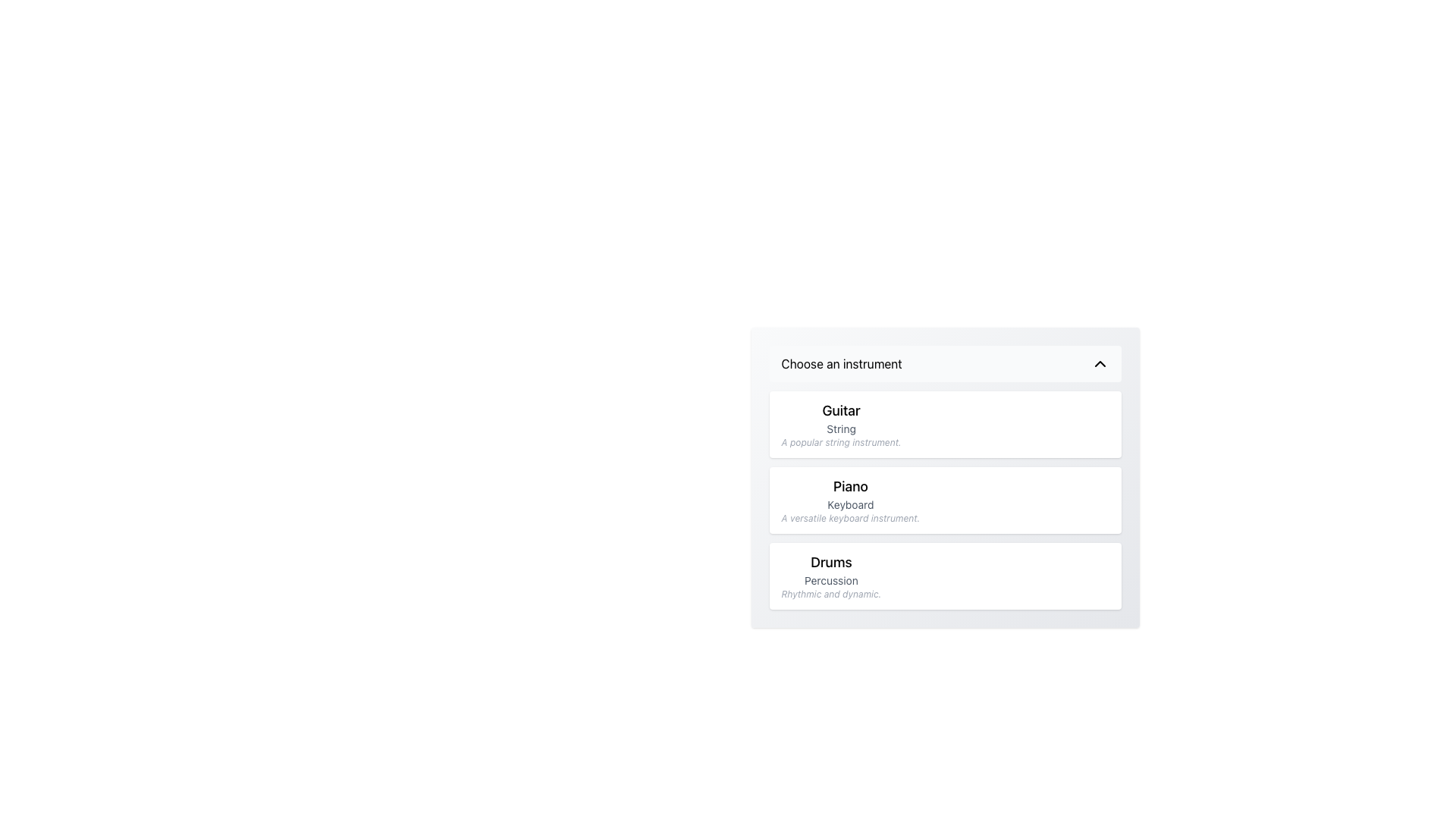  What do you see at coordinates (840, 411) in the screenshot?
I see `the title text of the guitar option in the instrument selection menu, which is positioned above the texts 'String' and 'A popular string instrument.'` at bounding box center [840, 411].